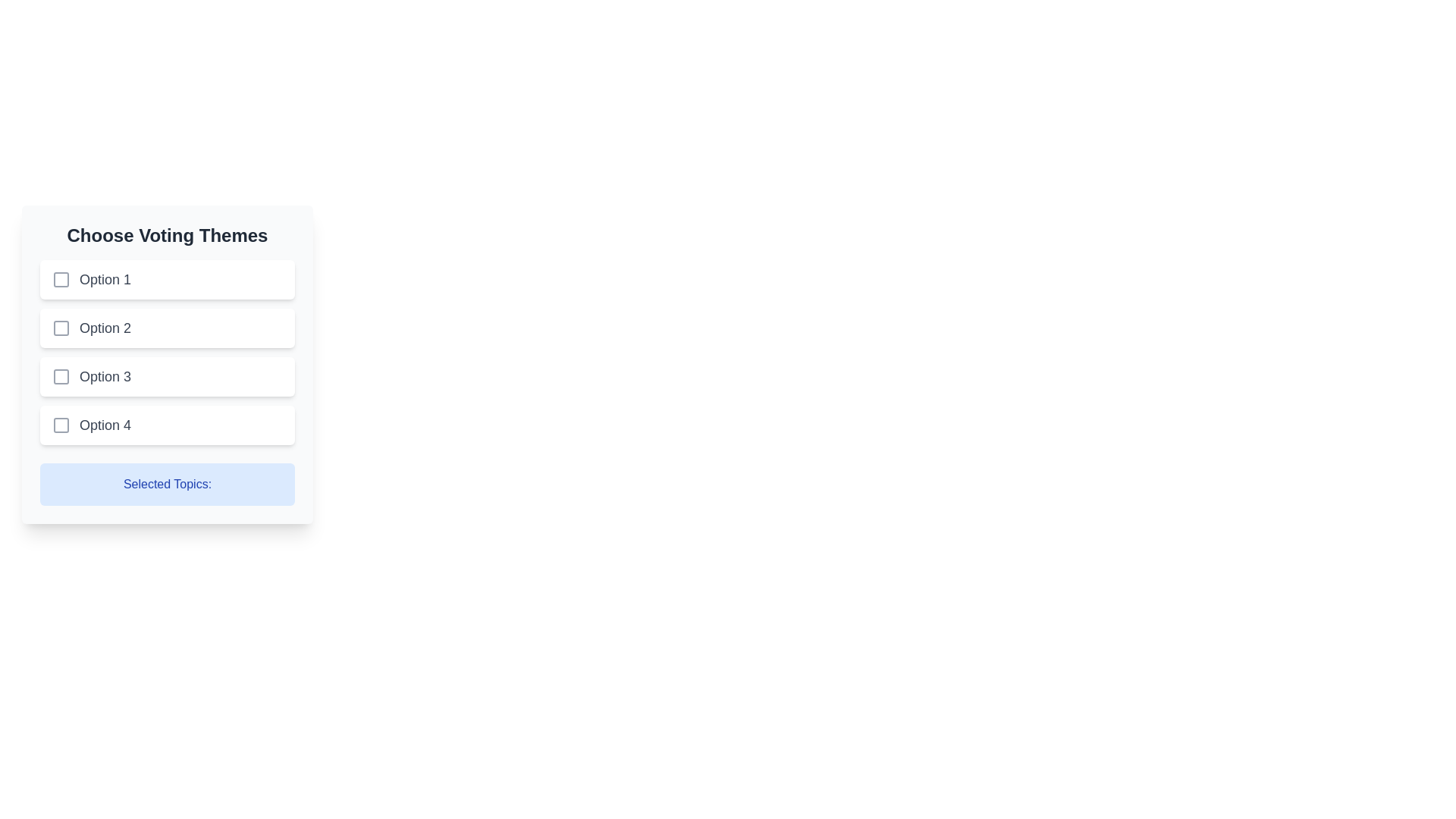  Describe the element at coordinates (105, 425) in the screenshot. I see `the label for the selectable option related to voting themes, located in the fourth position of the 'Choose Voting Themes' list` at that location.